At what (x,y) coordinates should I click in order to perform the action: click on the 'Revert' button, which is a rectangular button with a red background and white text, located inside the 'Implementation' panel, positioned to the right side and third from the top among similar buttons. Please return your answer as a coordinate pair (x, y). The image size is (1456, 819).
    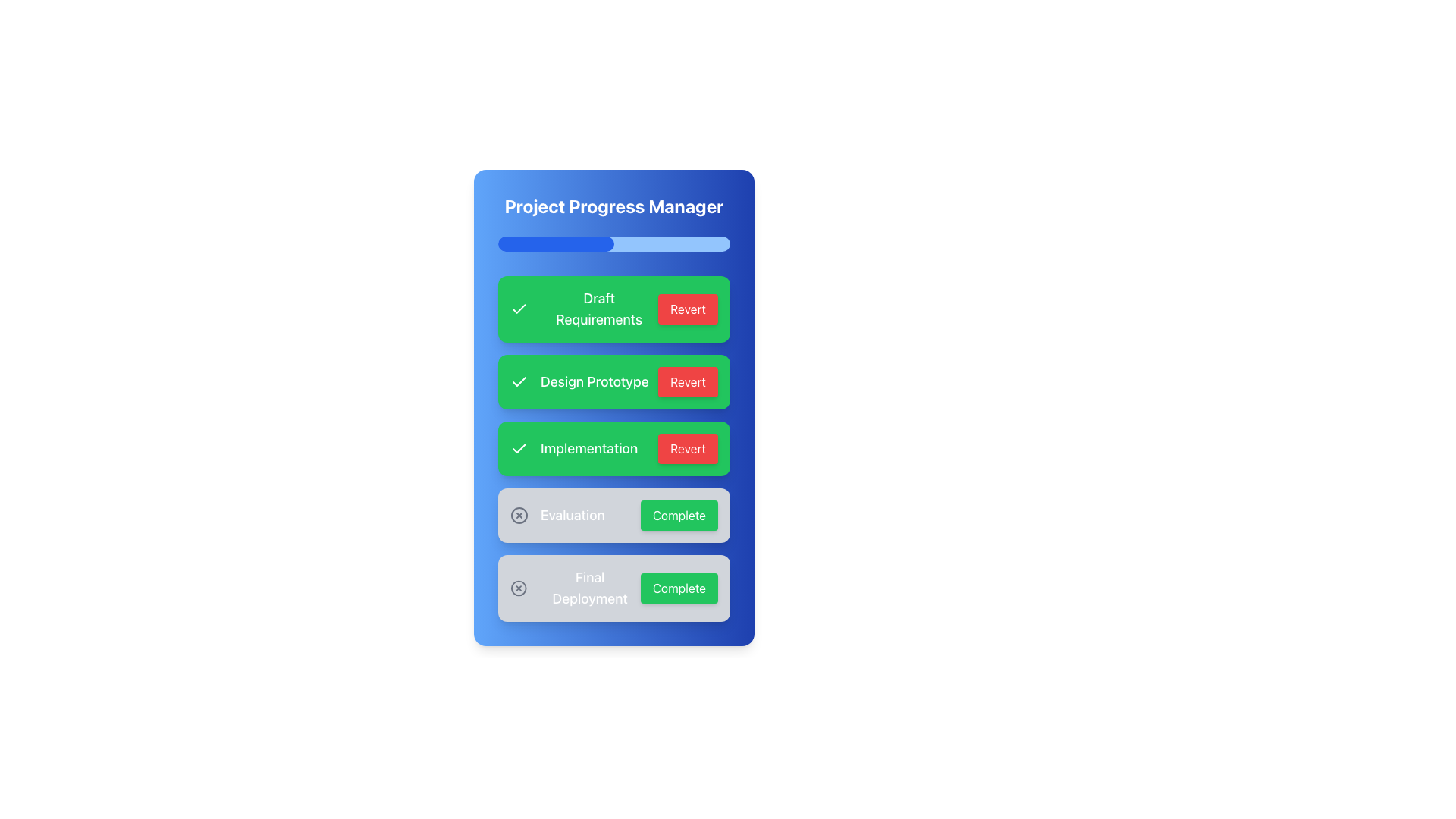
    Looking at the image, I should click on (687, 447).